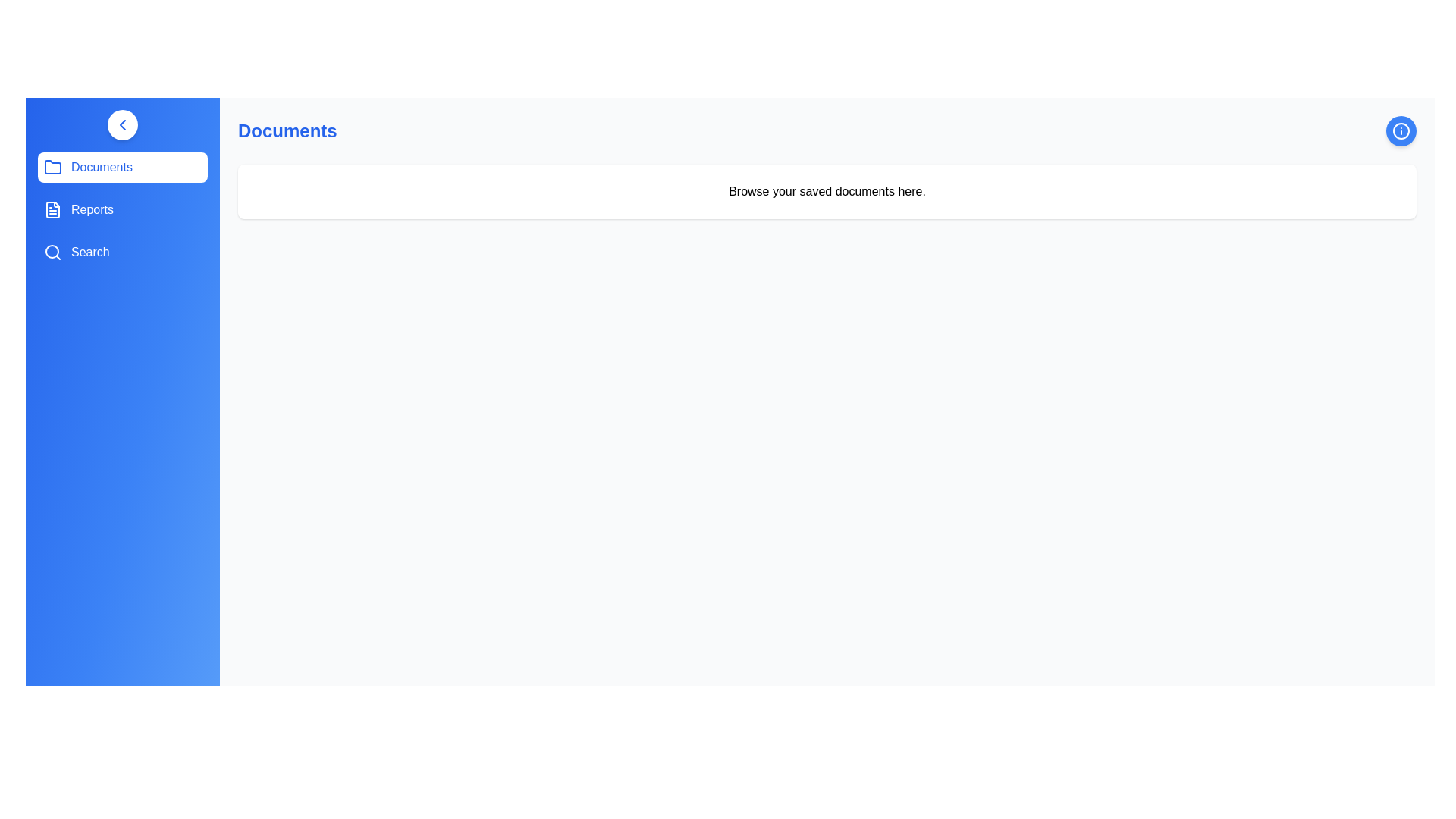 This screenshot has height=819, width=1456. What do you see at coordinates (123, 124) in the screenshot?
I see `the toggle button to open or close the drawer` at bounding box center [123, 124].